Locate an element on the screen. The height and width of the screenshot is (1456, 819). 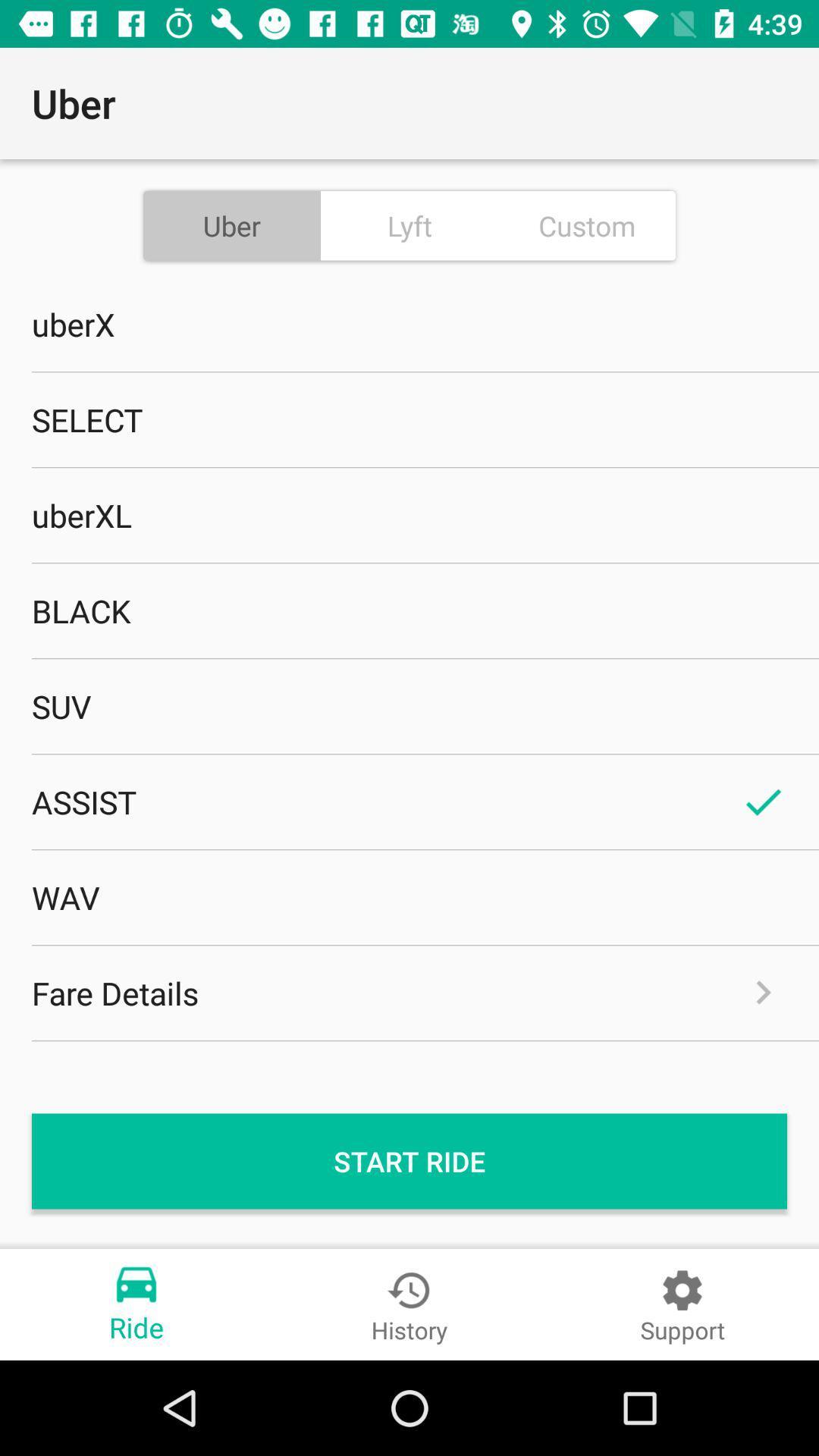
the icon above the assist icon is located at coordinates (409, 705).